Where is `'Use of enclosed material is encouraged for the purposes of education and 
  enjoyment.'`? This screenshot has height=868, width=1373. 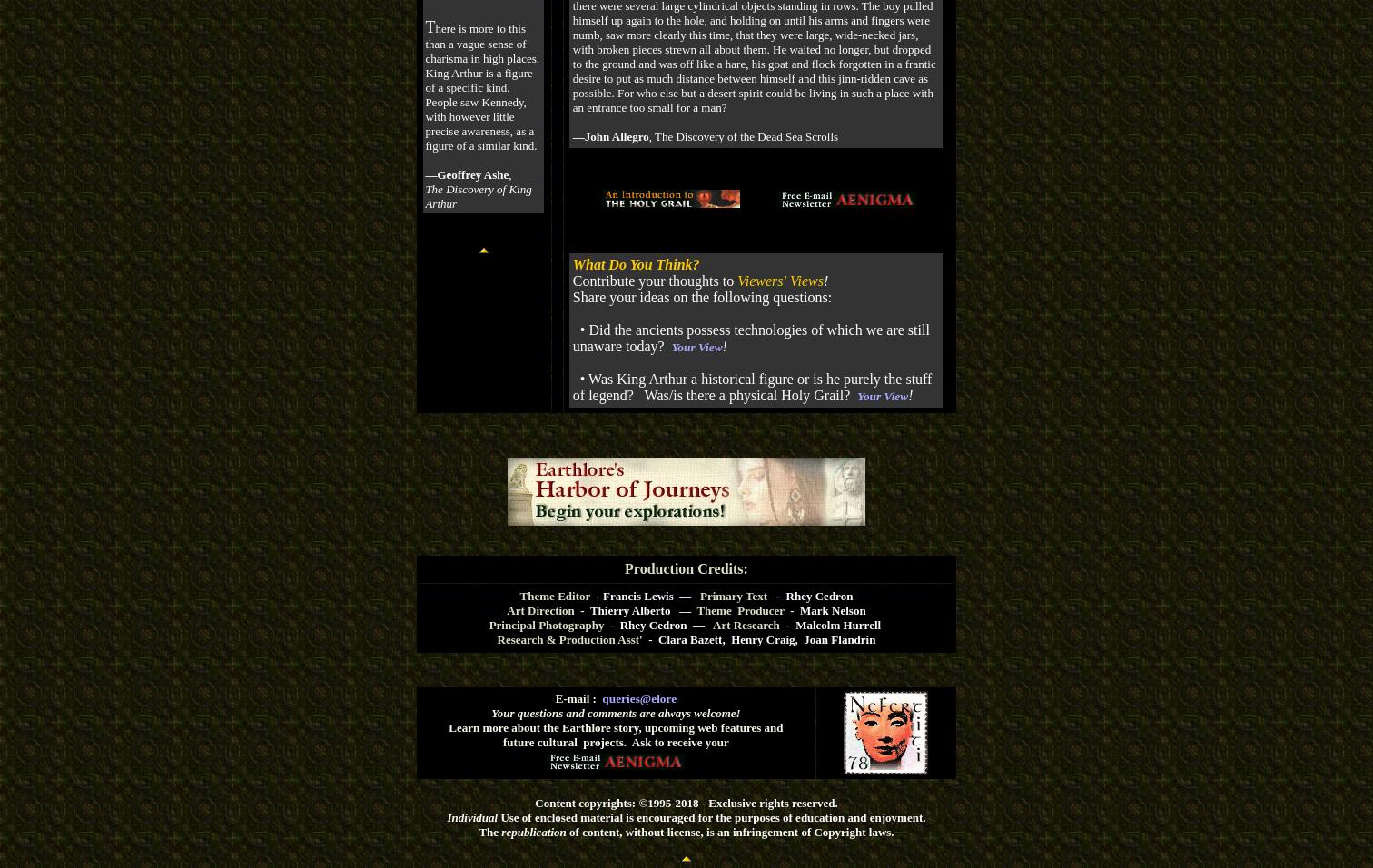 'Use of enclosed material is encouraged for the purposes of education and 
  enjoyment.' is located at coordinates (711, 816).